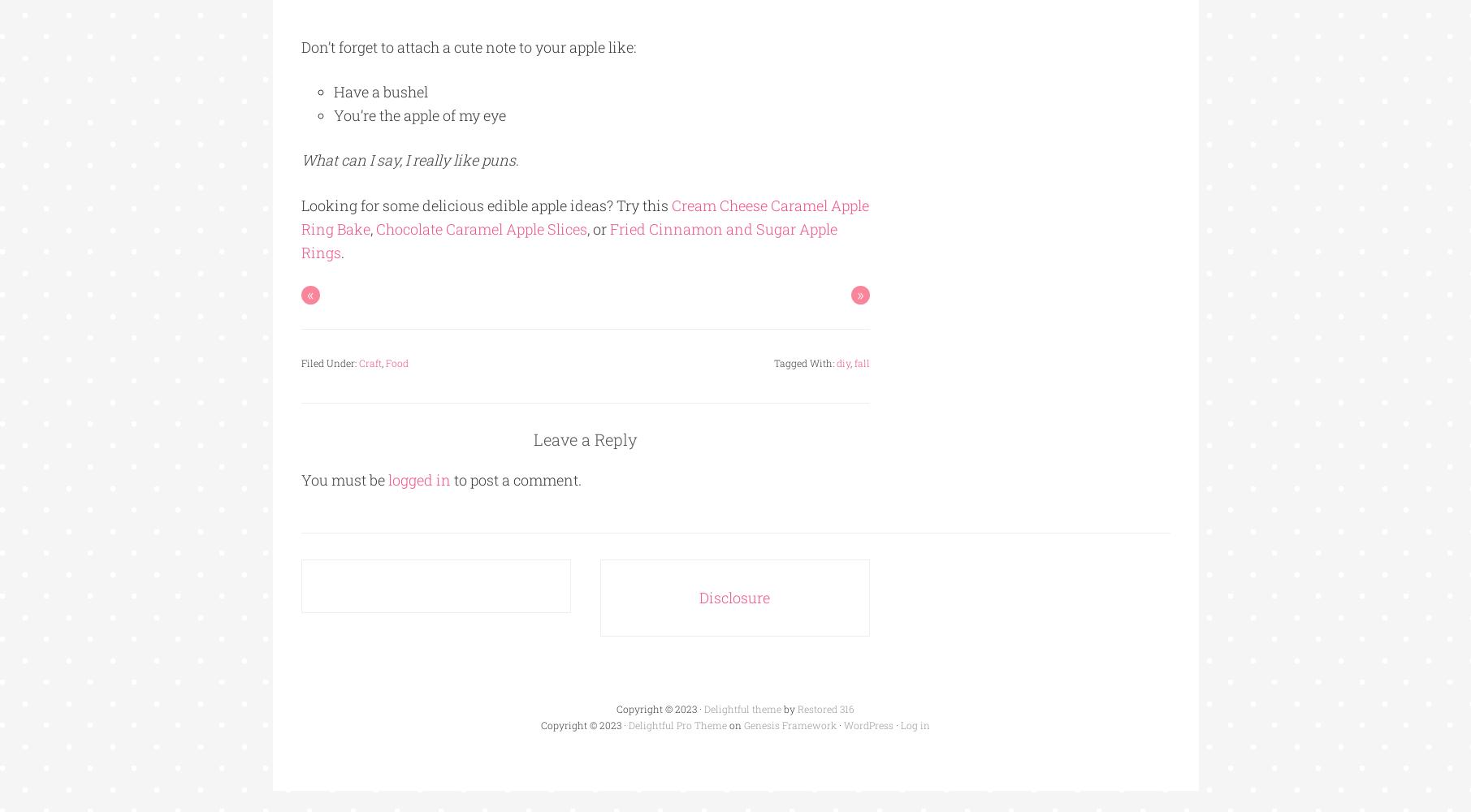  What do you see at coordinates (781, 708) in the screenshot?
I see `'by'` at bounding box center [781, 708].